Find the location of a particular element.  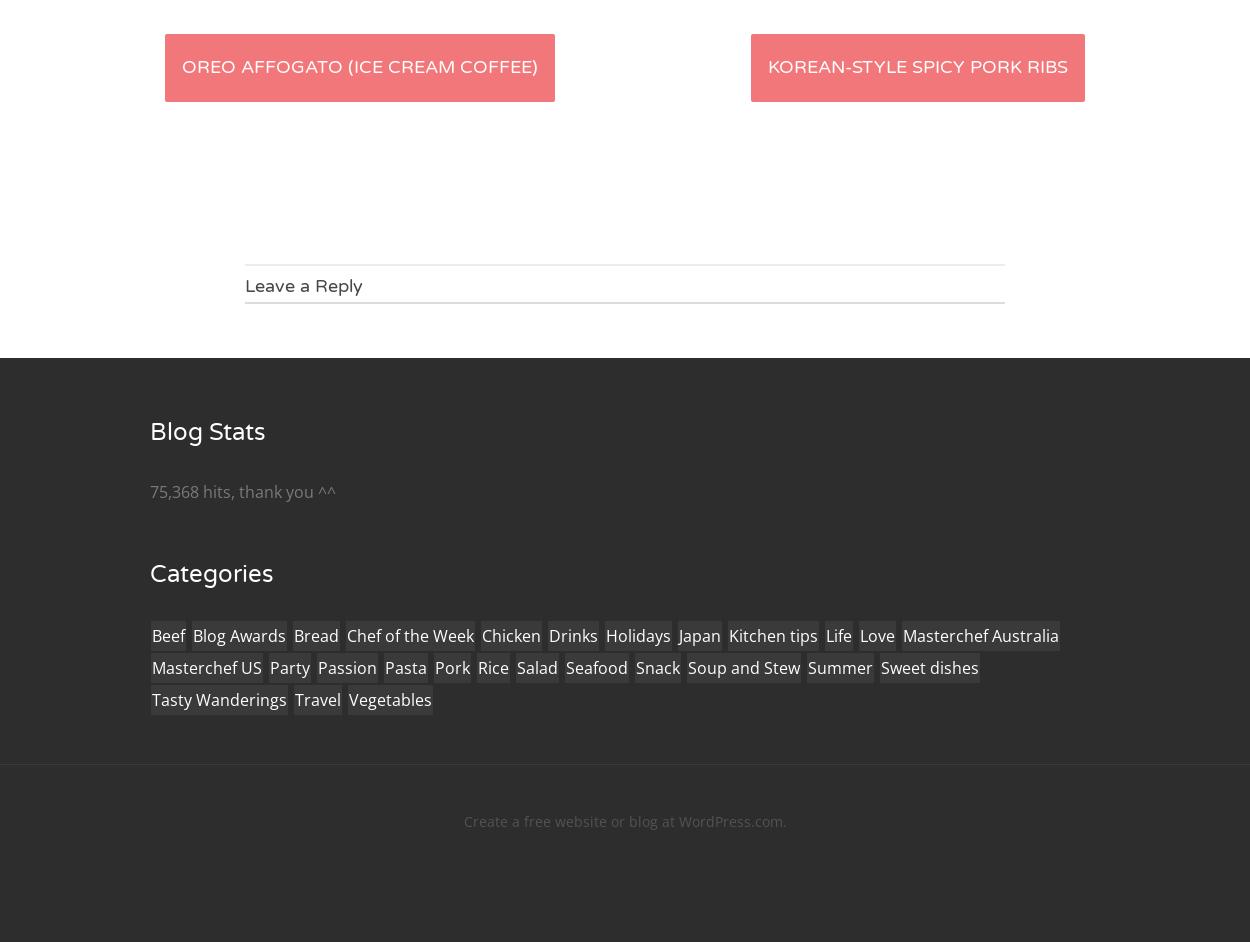

'Pork' is located at coordinates (451, 667).